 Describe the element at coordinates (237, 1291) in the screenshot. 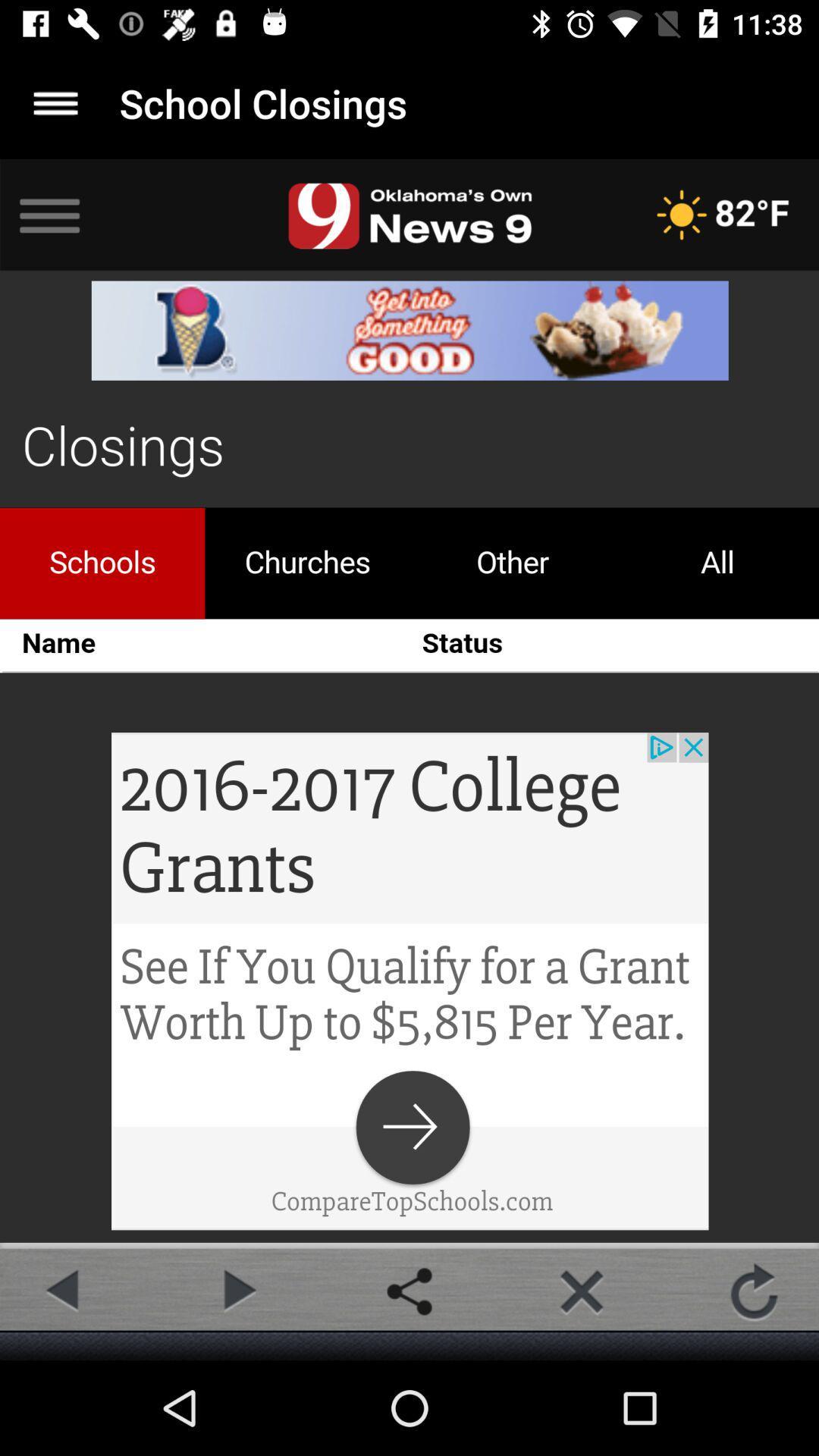

I see `foward` at that location.